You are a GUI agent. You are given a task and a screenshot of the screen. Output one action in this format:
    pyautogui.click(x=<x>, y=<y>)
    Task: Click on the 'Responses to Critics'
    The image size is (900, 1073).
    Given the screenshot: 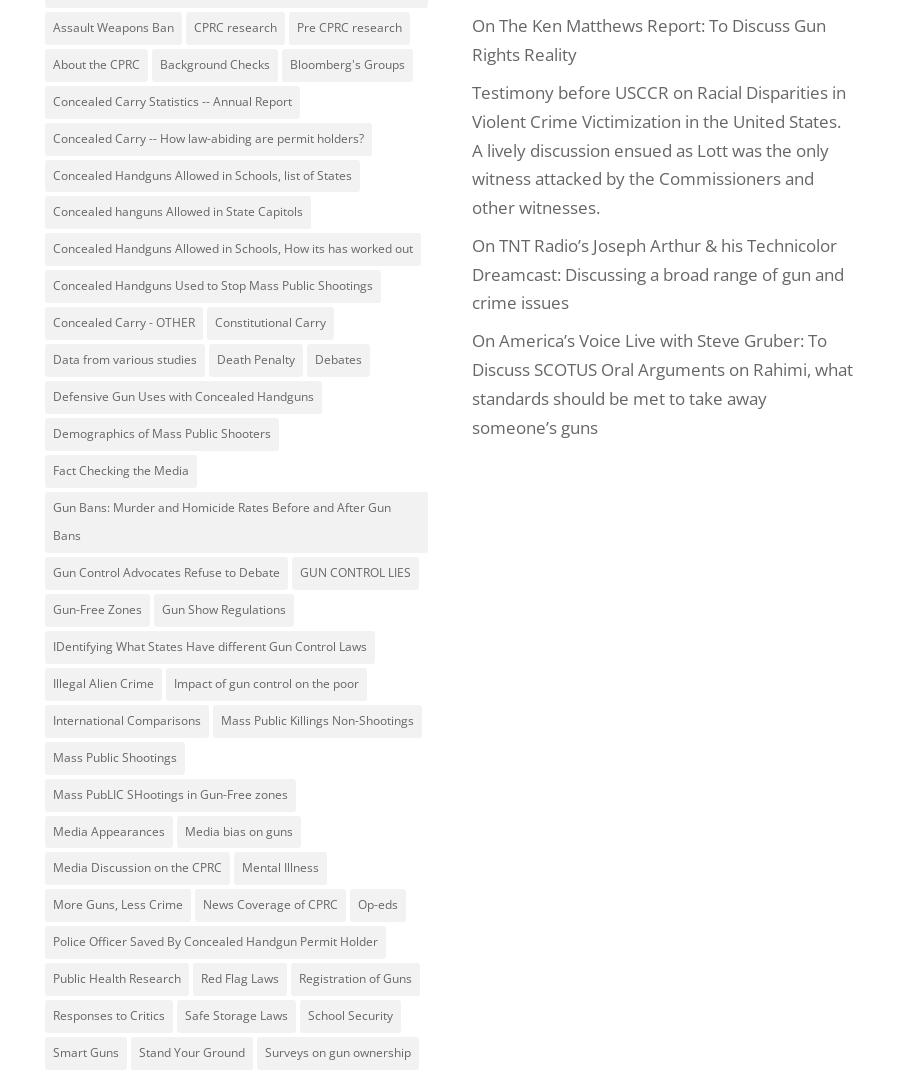 What is the action you would take?
    pyautogui.click(x=107, y=1014)
    